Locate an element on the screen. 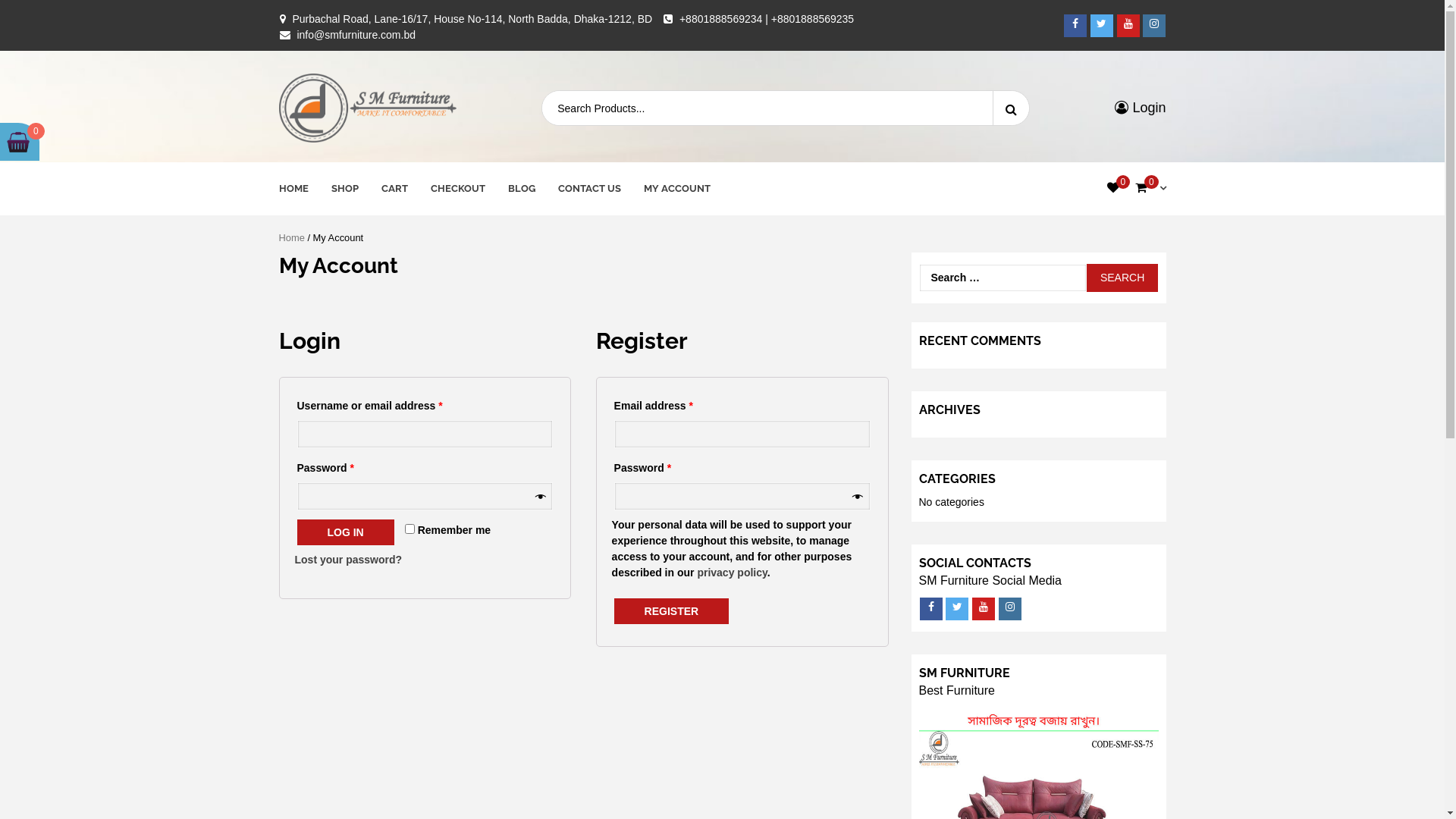 This screenshot has height=819, width=1456. 'WooCommerce Floating Cart' is located at coordinates (18, 141).